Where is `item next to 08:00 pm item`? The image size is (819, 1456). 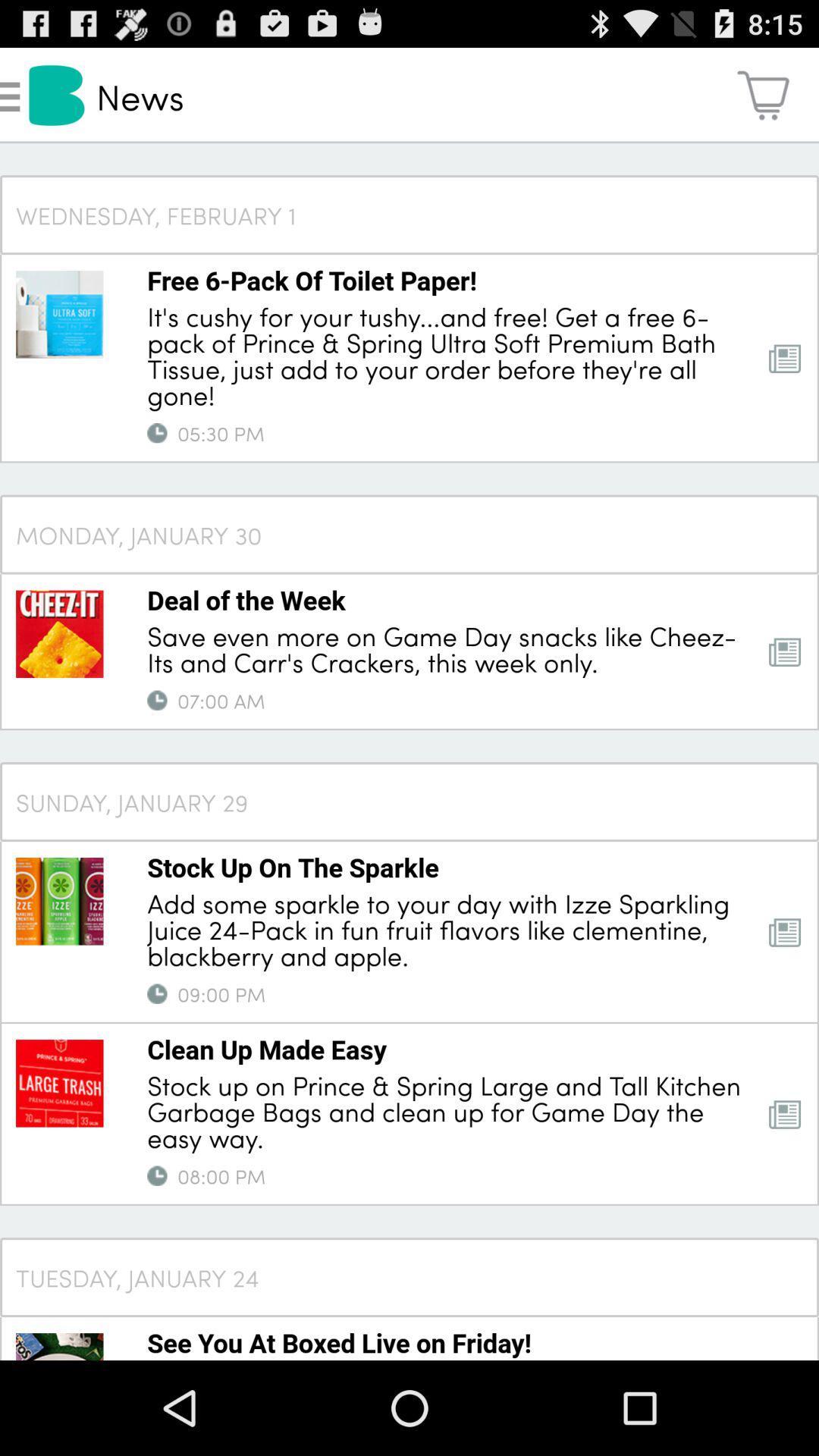
item next to 08:00 pm item is located at coordinates (157, 1175).